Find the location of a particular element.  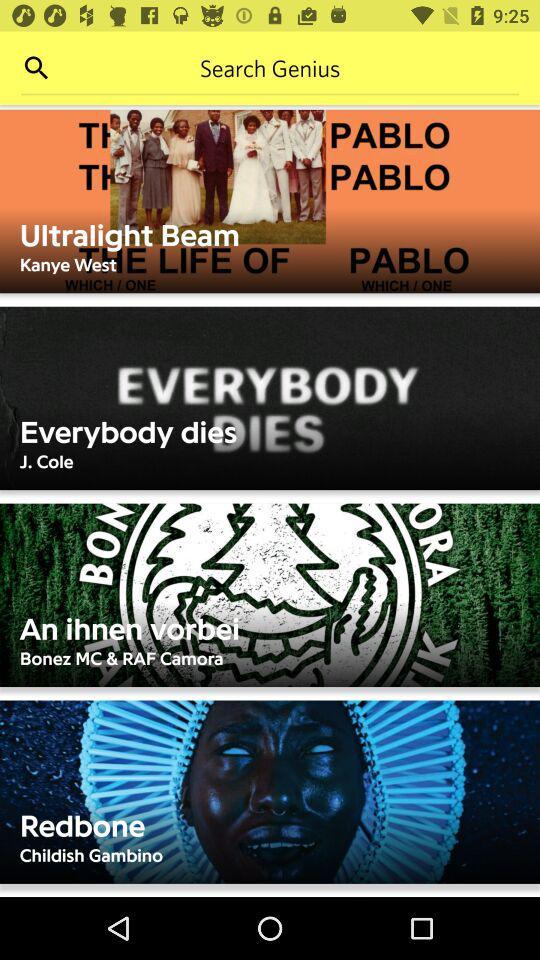

search site is located at coordinates (270, 68).